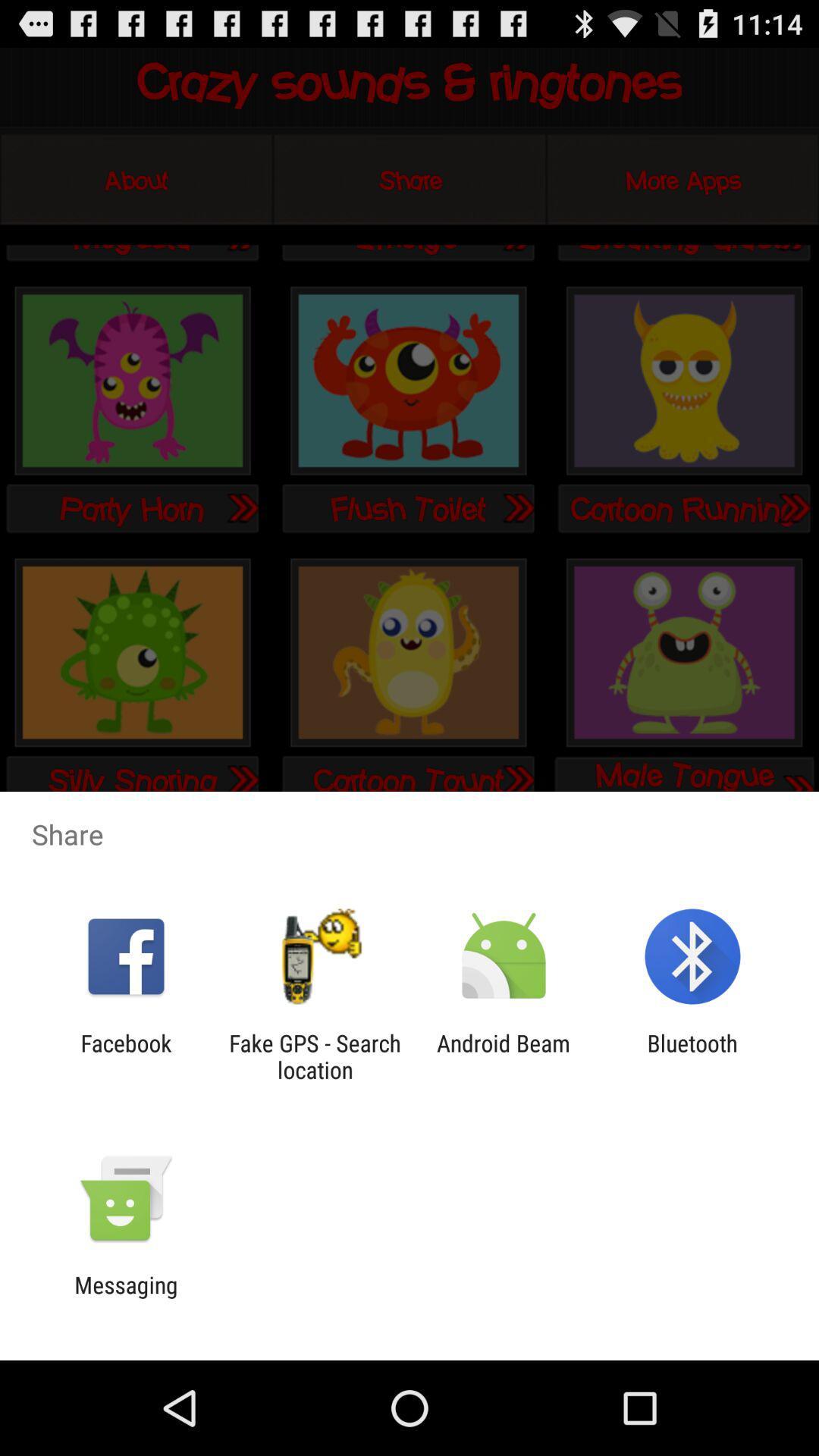 The width and height of the screenshot is (819, 1456). Describe the element at coordinates (692, 1056) in the screenshot. I see `item next to android beam icon` at that location.